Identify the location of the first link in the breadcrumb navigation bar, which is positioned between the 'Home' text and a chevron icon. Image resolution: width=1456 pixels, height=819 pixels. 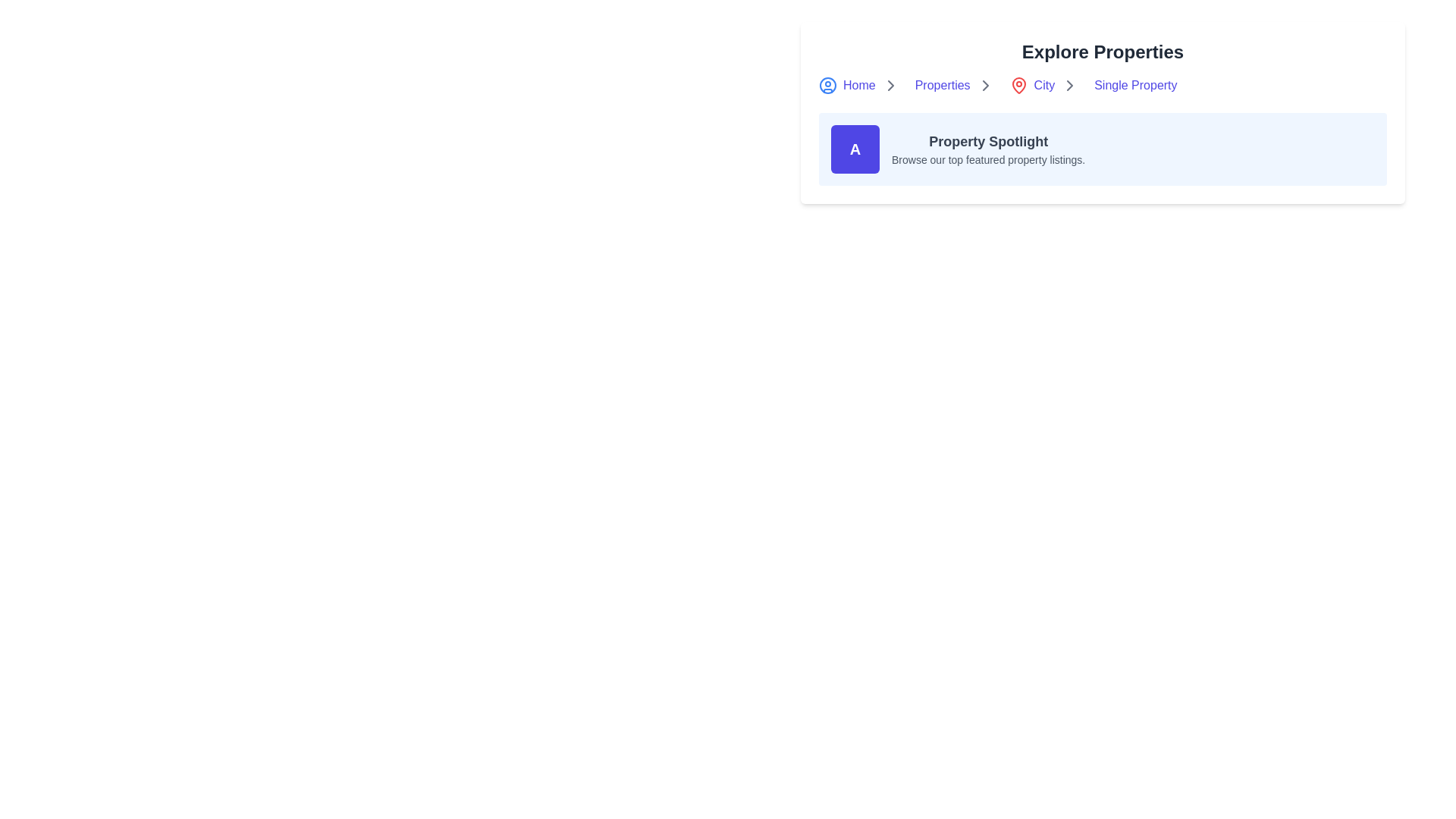
(942, 85).